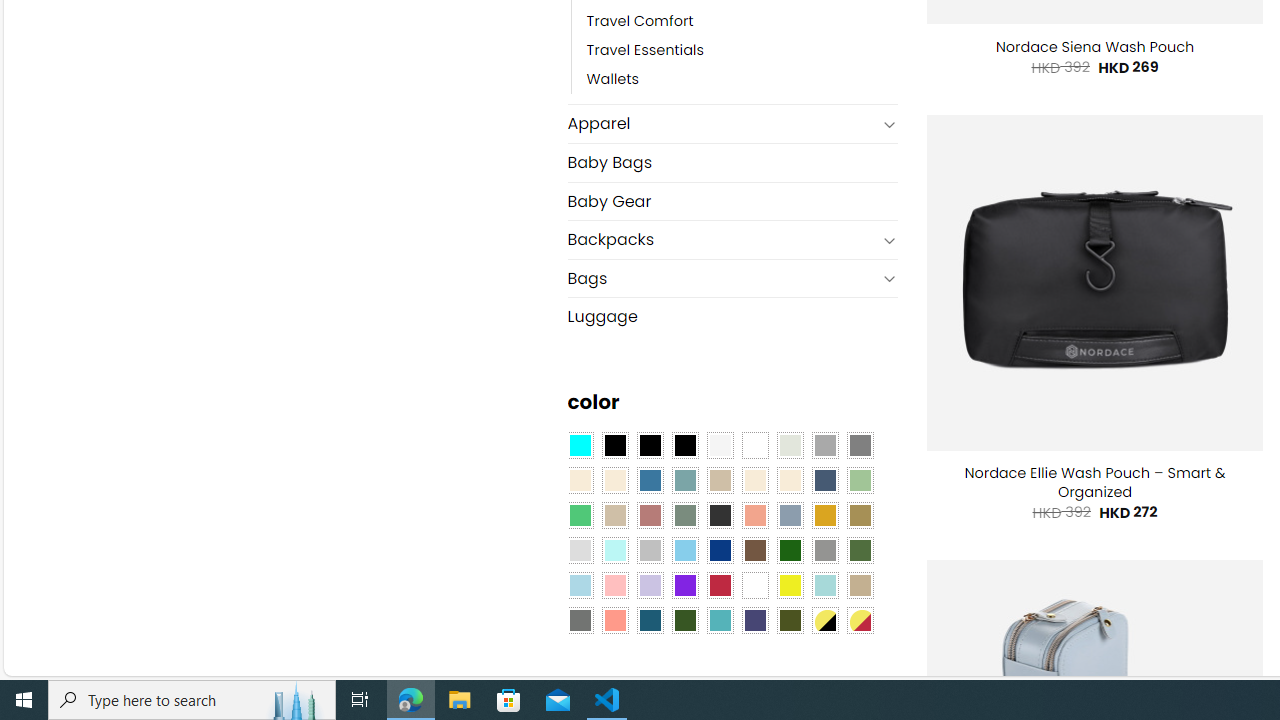  I want to click on 'Black-Brown', so click(684, 443).